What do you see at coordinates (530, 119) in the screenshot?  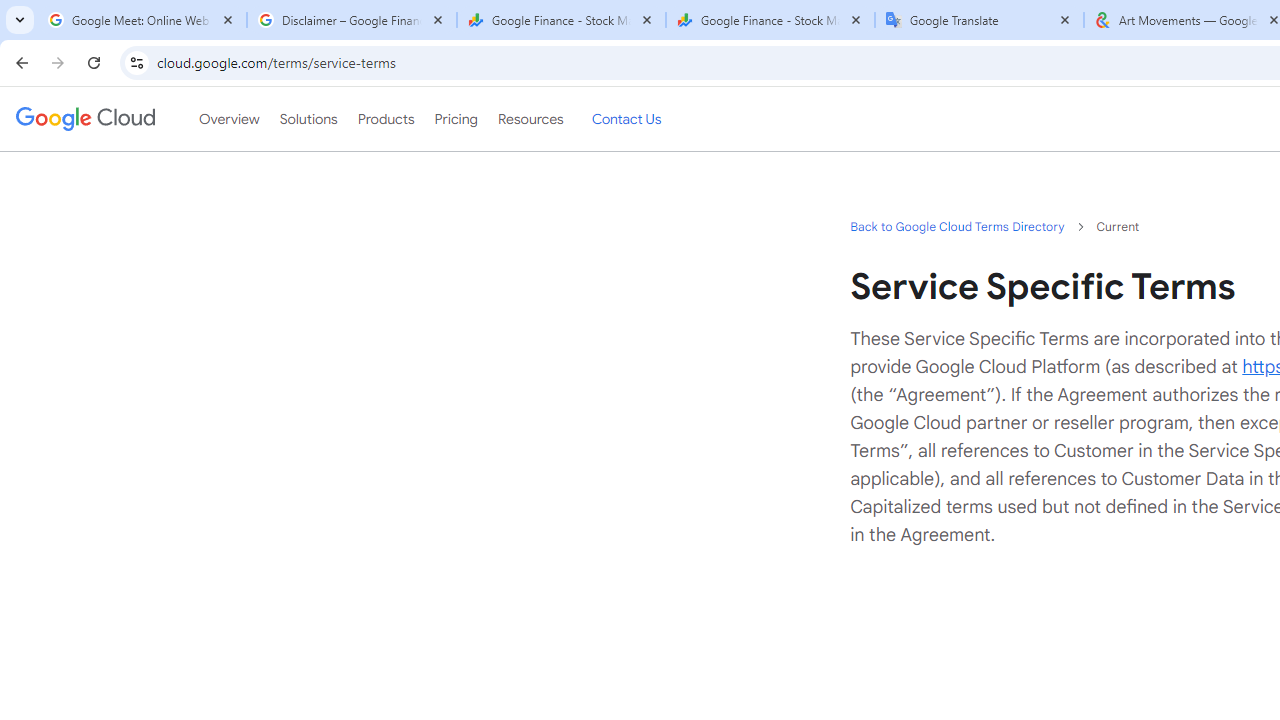 I see `'Resources'` at bounding box center [530, 119].